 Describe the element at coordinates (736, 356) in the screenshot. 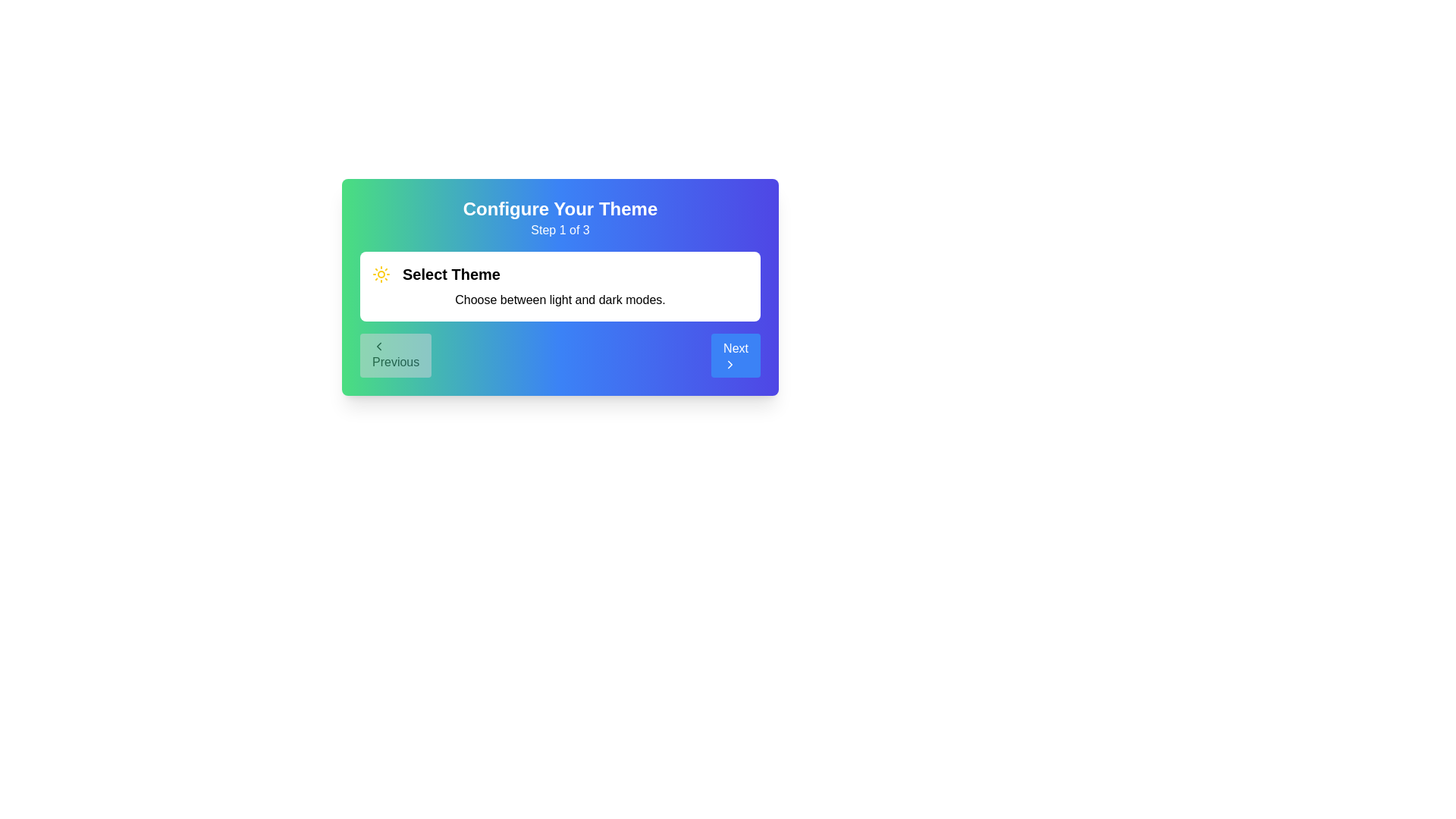

I see `the 'Next' button located at the bottom-right corner of the card layout` at that location.